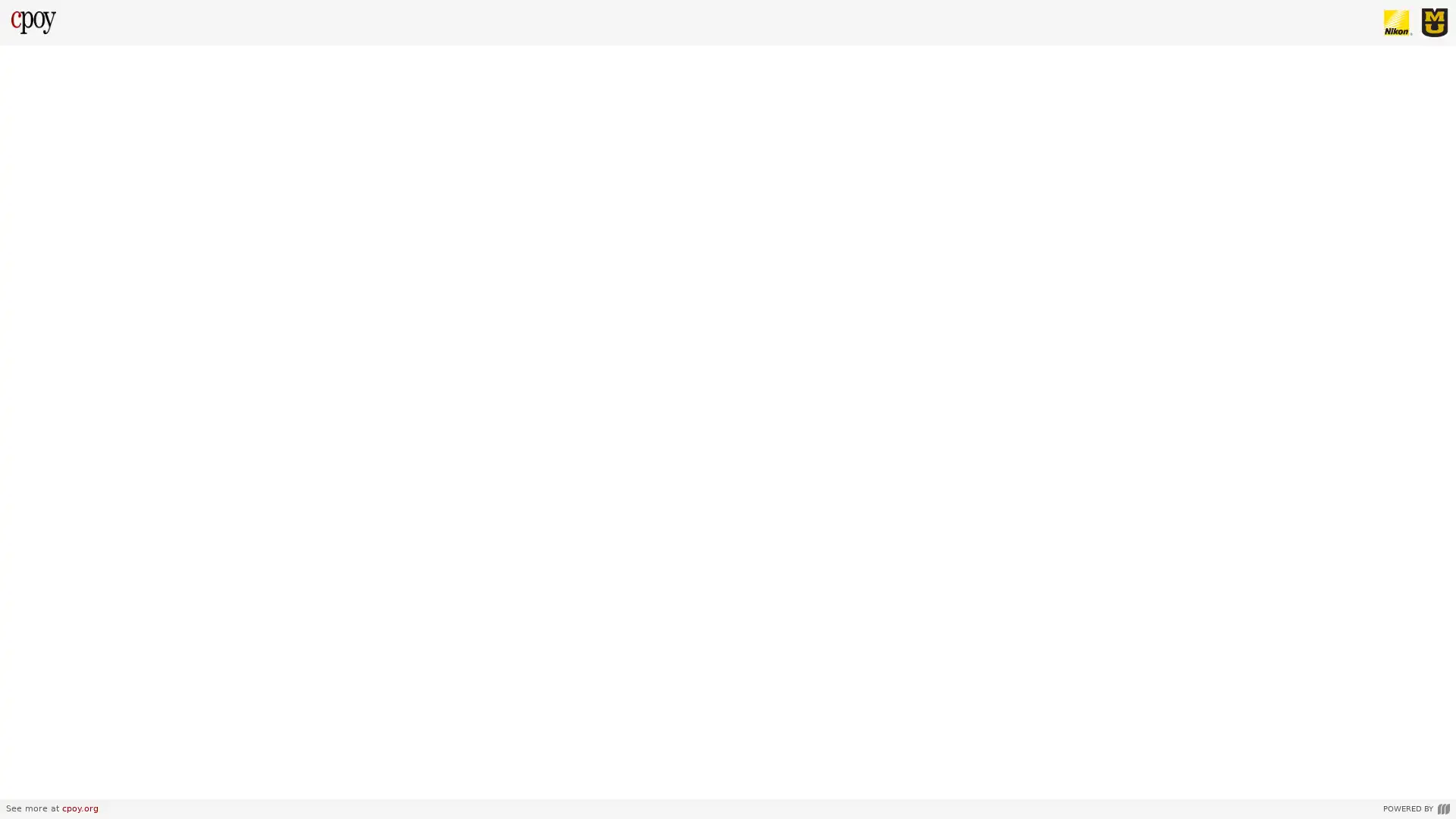  I want to click on MENU, so click(26, 783).